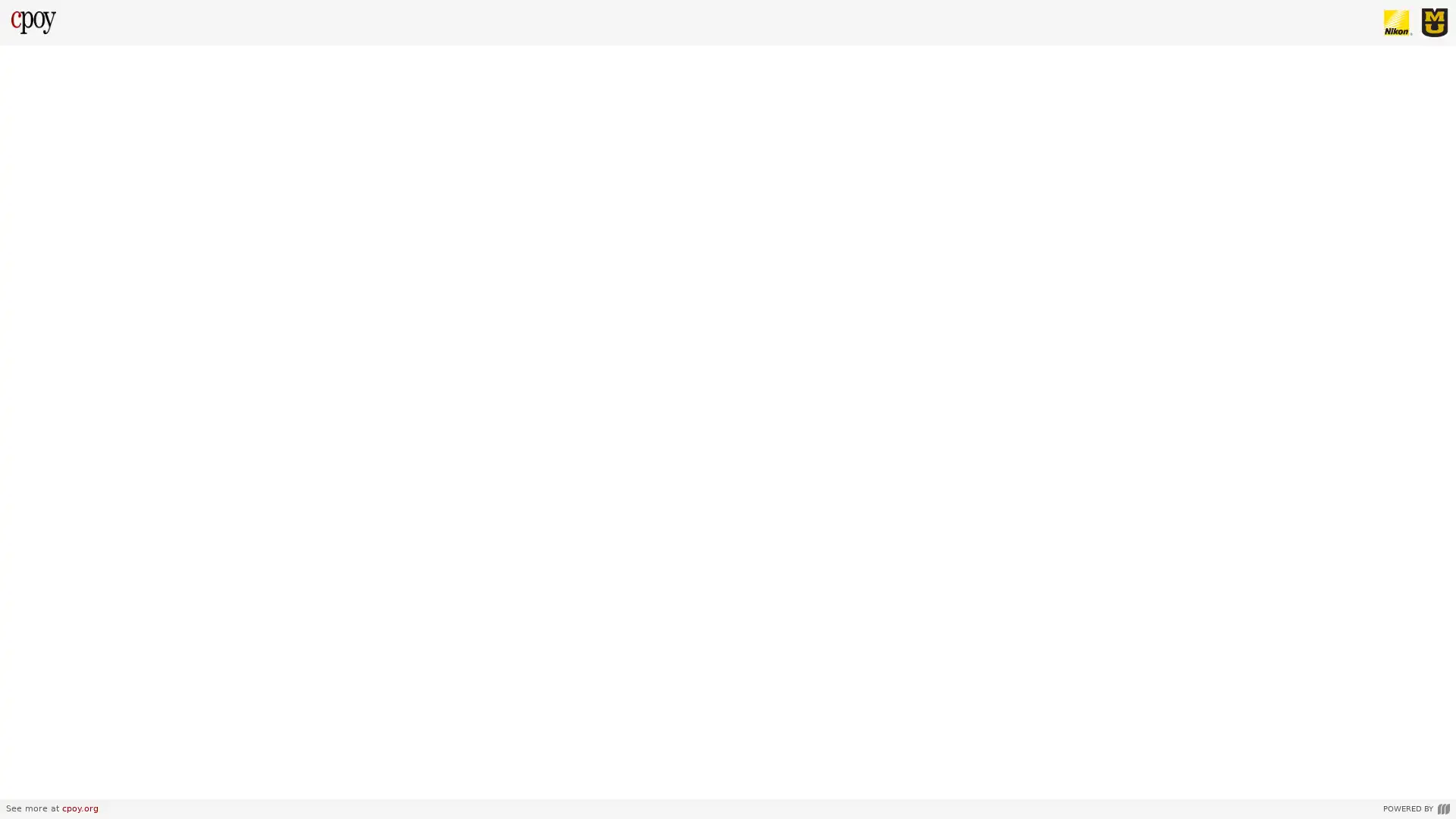  I want to click on MENU, so click(26, 783).